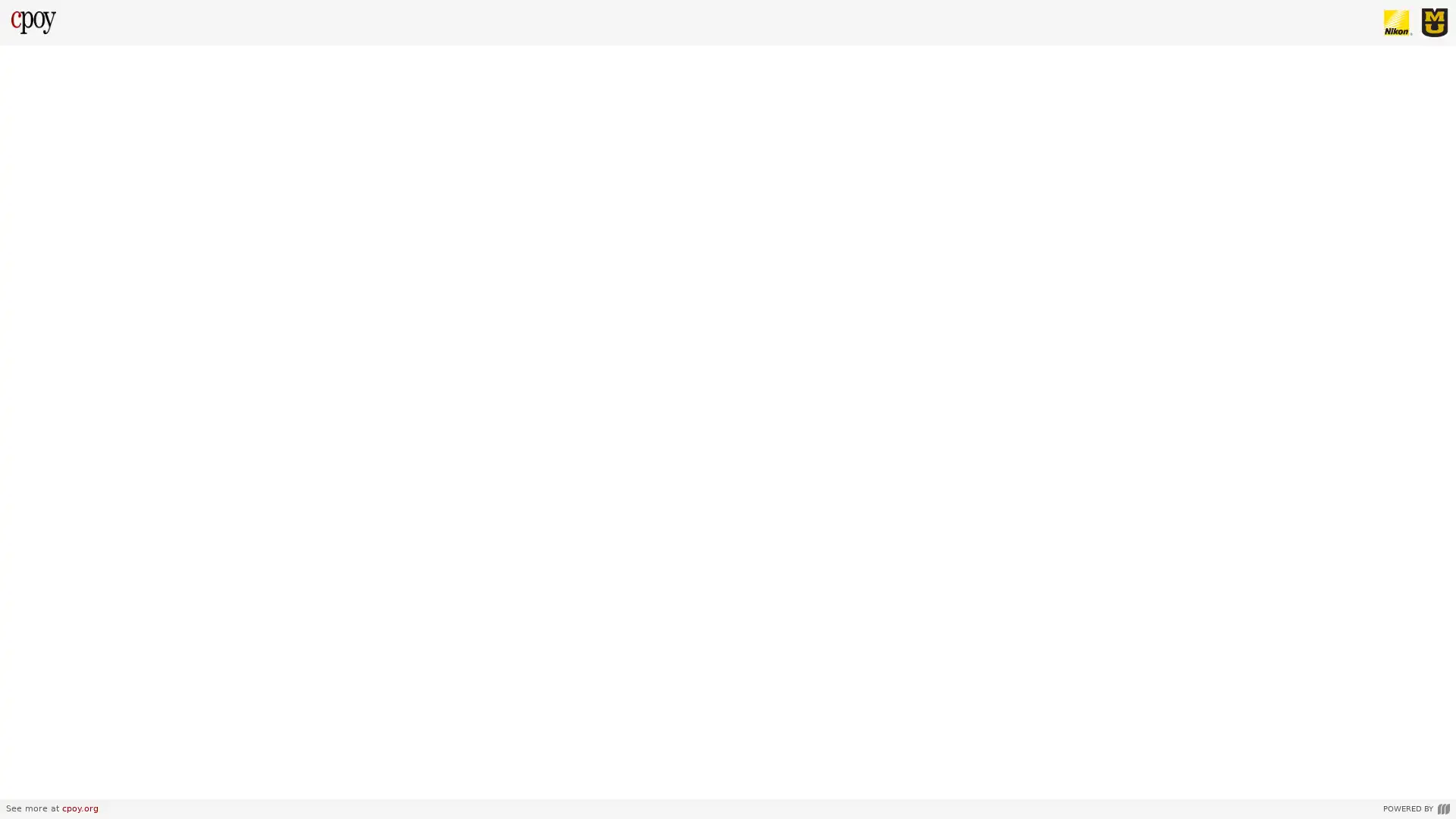  I want to click on MENU, so click(26, 783).